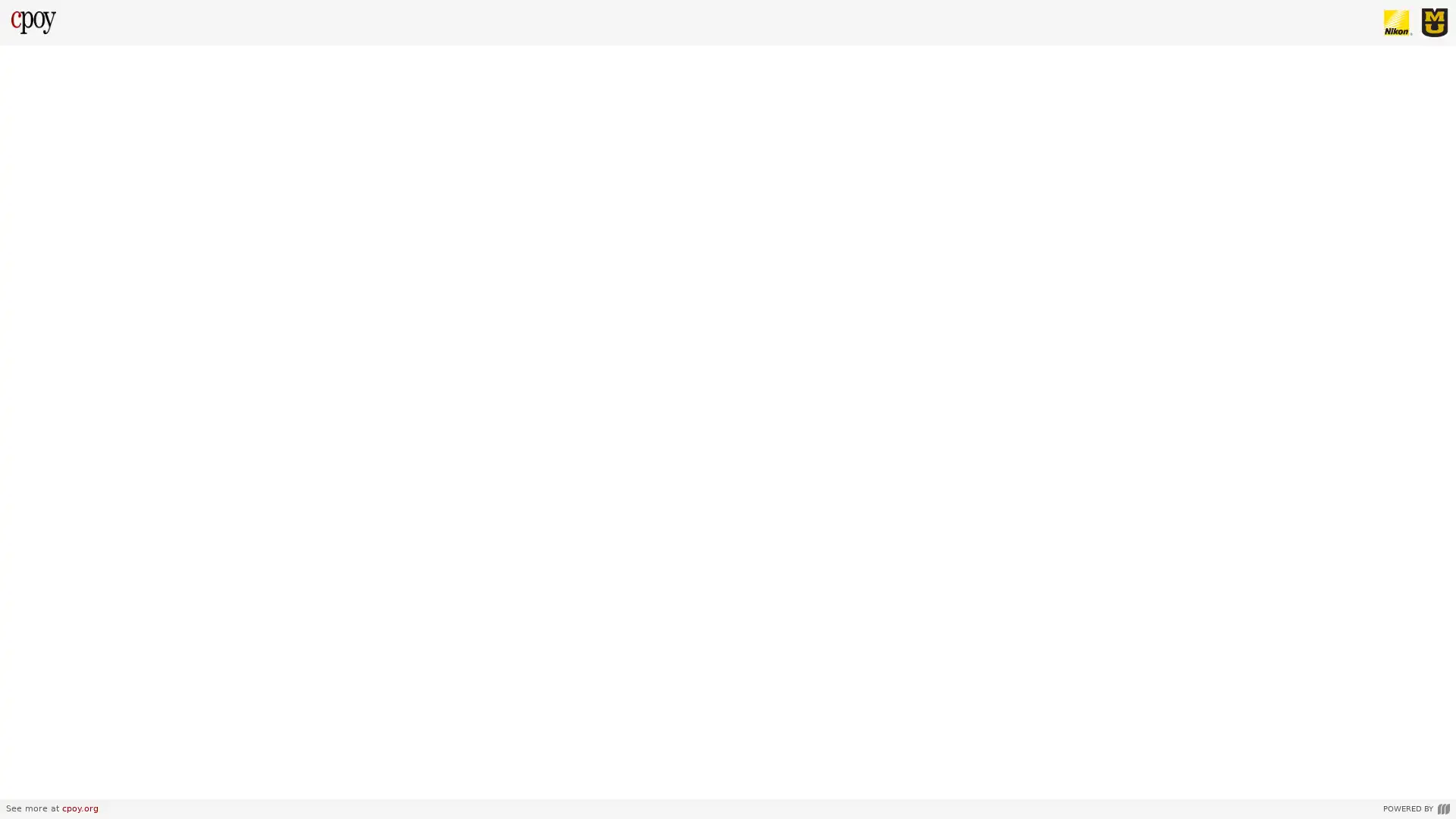  I want to click on MENU, so click(26, 783).